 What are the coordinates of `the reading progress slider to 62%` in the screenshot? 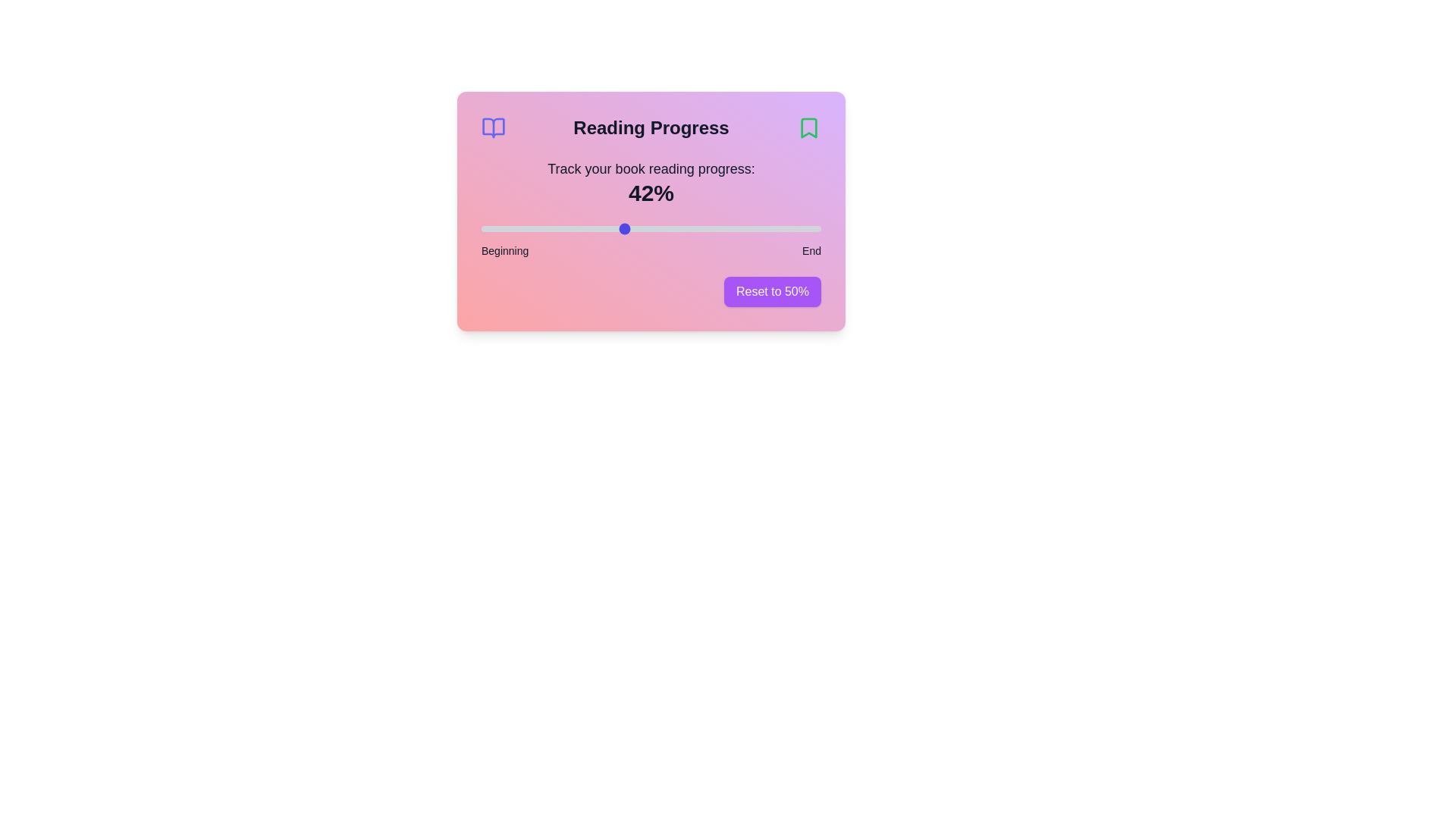 It's located at (691, 228).